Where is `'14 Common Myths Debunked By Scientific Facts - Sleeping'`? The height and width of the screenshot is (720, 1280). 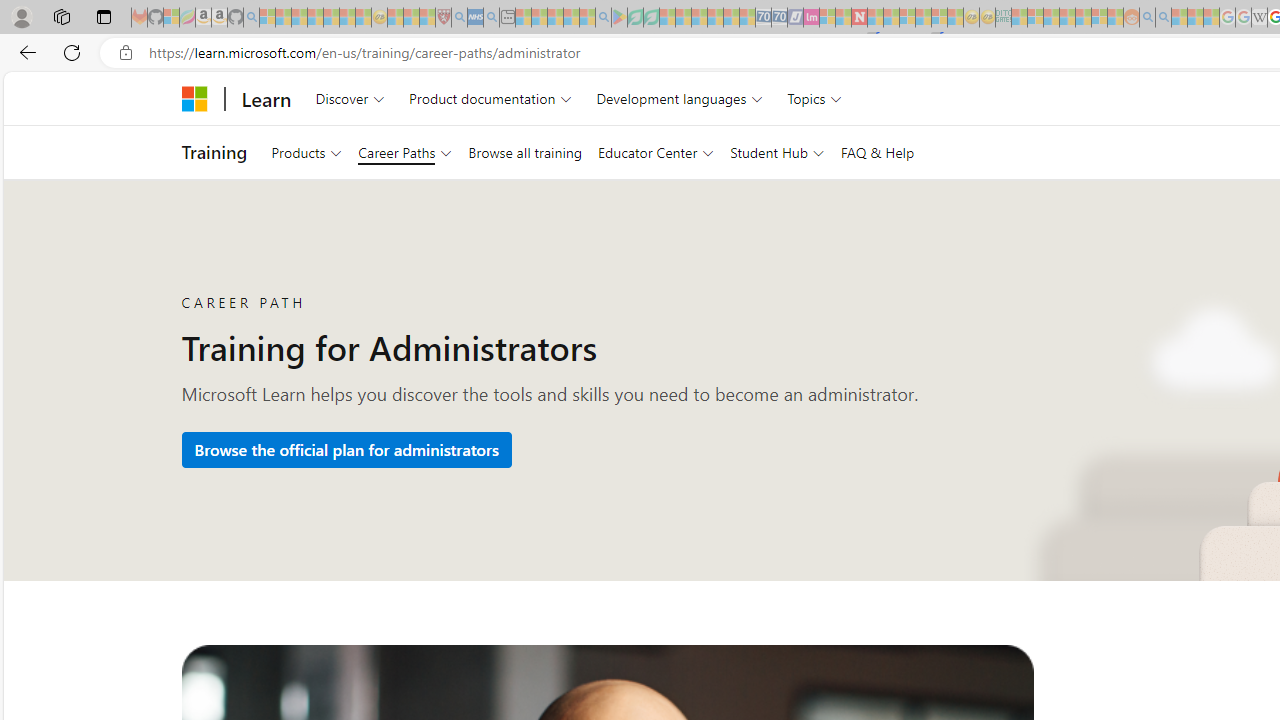
'14 Common Myths Debunked By Scientific Facts - Sleeping' is located at coordinates (890, 17).